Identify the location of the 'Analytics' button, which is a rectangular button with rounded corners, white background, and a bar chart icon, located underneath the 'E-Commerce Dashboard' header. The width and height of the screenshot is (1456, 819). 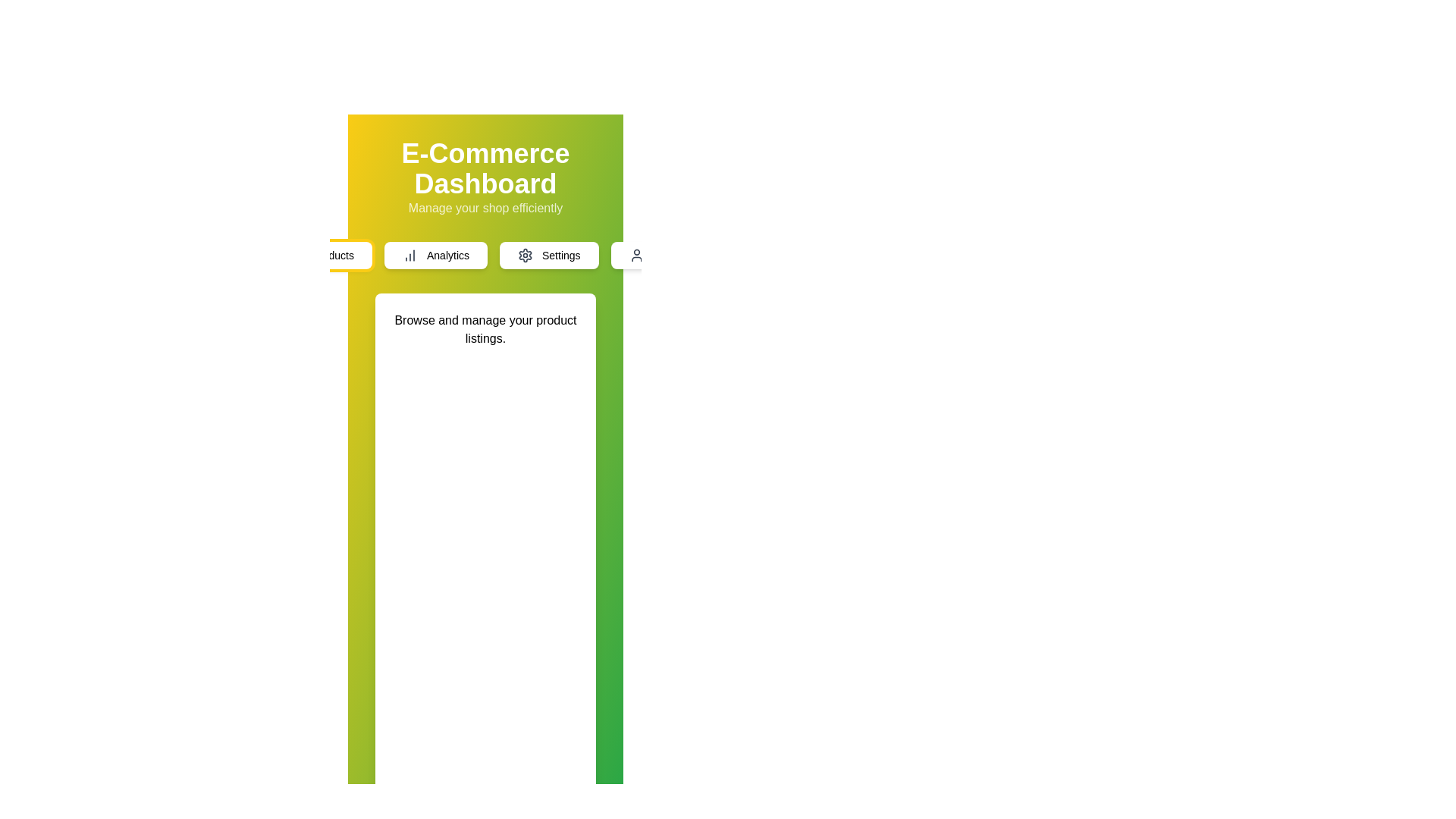
(435, 254).